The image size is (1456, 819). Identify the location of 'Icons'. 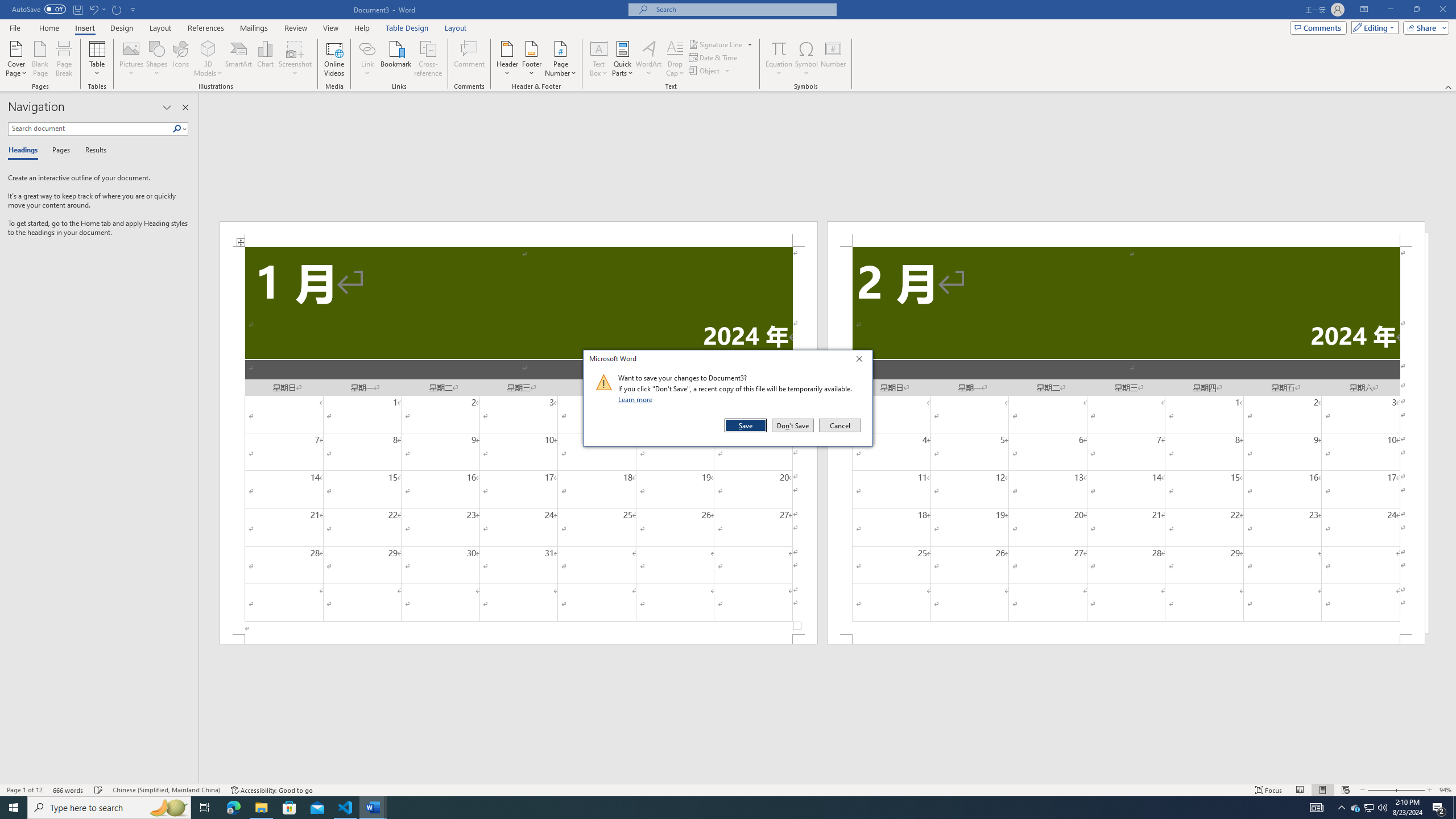
(180, 59).